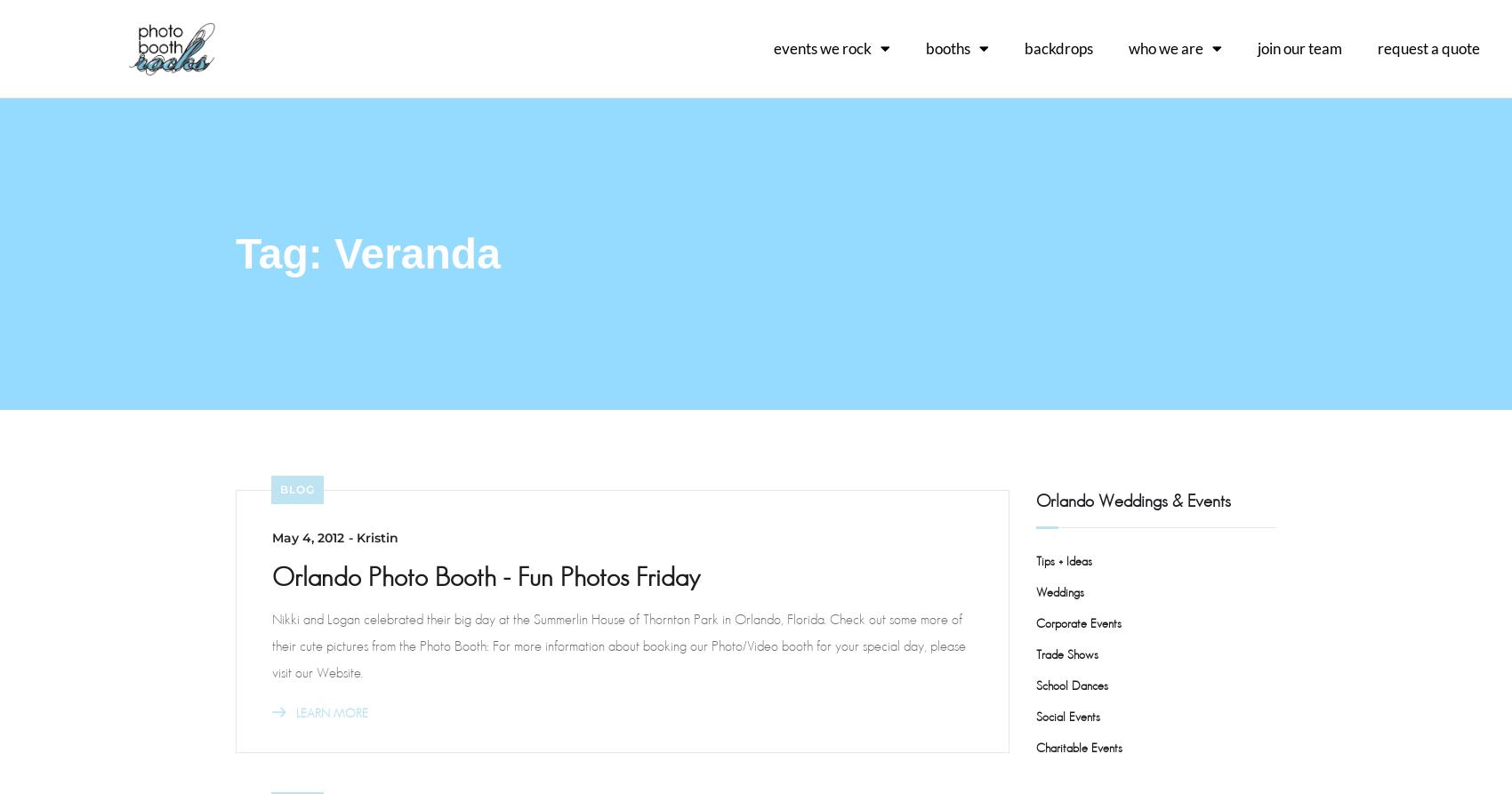 Image resolution: width=1512 pixels, height=794 pixels. Describe the element at coordinates (1077, 622) in the screenshot. I see `'Corporate Events'` at that location.